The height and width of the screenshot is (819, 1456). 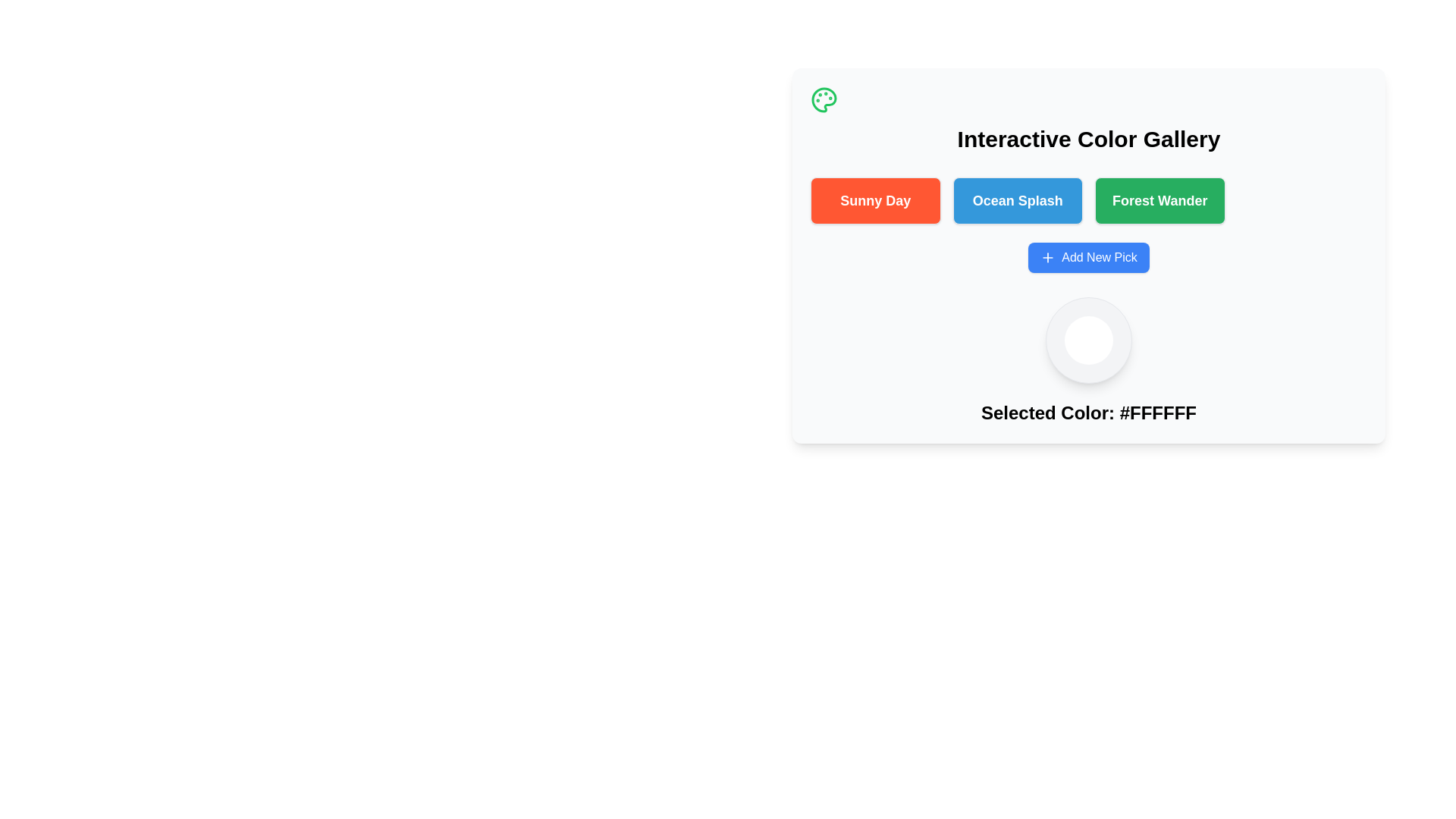 What do you see at coordinates (1087, 200) in the screenshot?
I see `the interactive color grid located beneath the title 'Interactive Color Gallery'` at bounding box center [1087, 200].